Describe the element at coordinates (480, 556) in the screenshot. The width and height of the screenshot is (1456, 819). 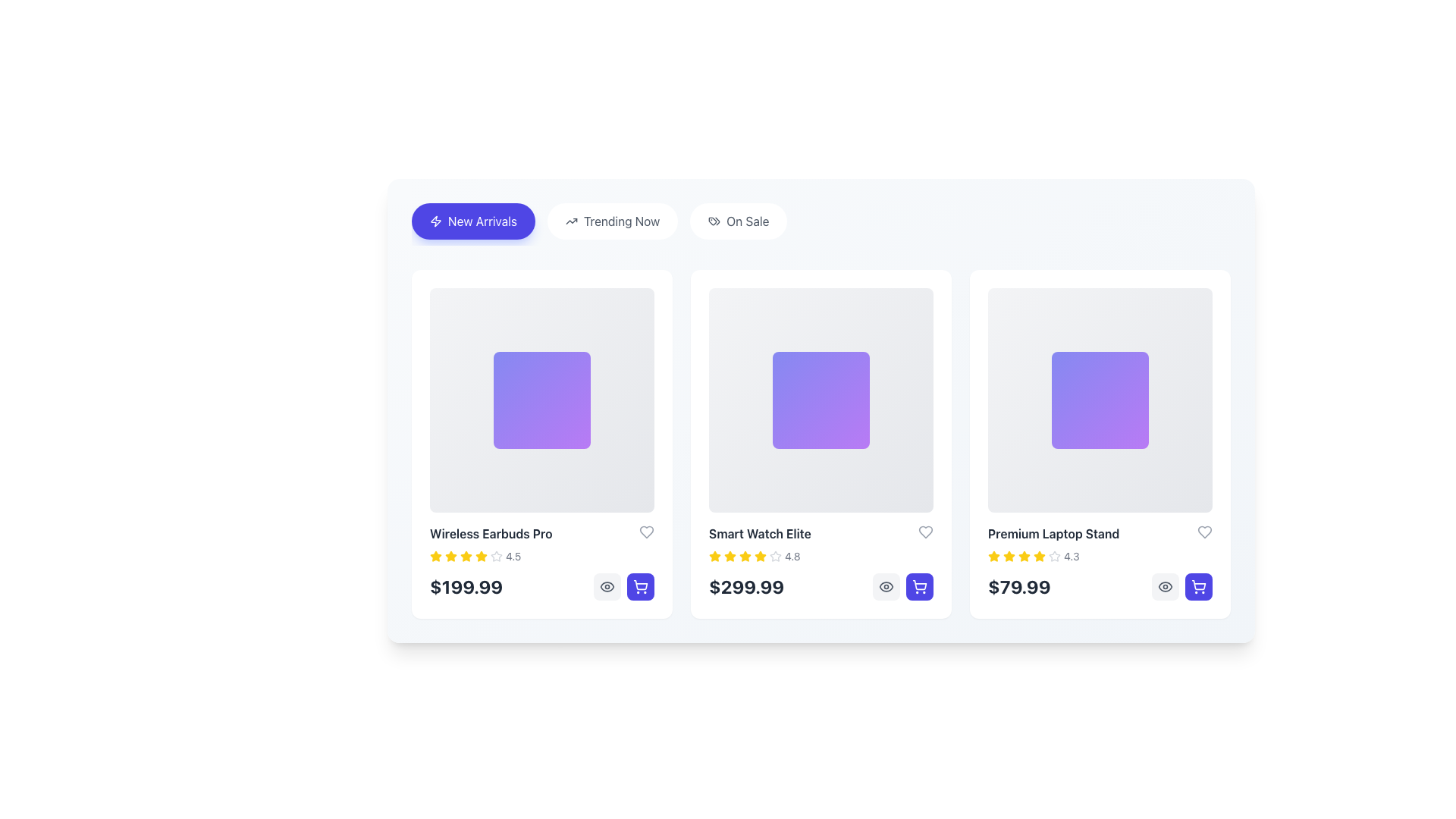
I see `the small yellow star icon at the far-right end of the star group above the numerical rating '4.5' for 'Wireless Earbuds Pro' to interact with it` at that location.